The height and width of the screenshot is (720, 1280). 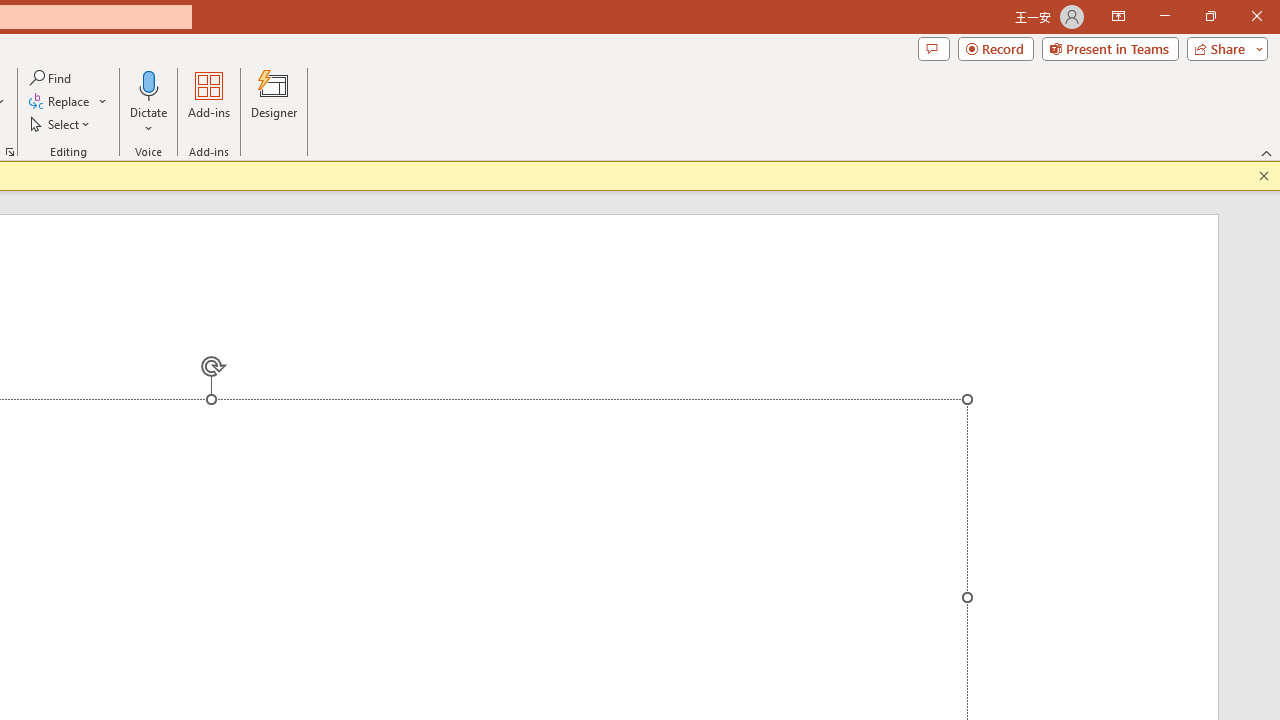 What do you see at coordinates (148, 103) in the screenshot?
I see `'Dictate'` at bounding box center [148, 103].